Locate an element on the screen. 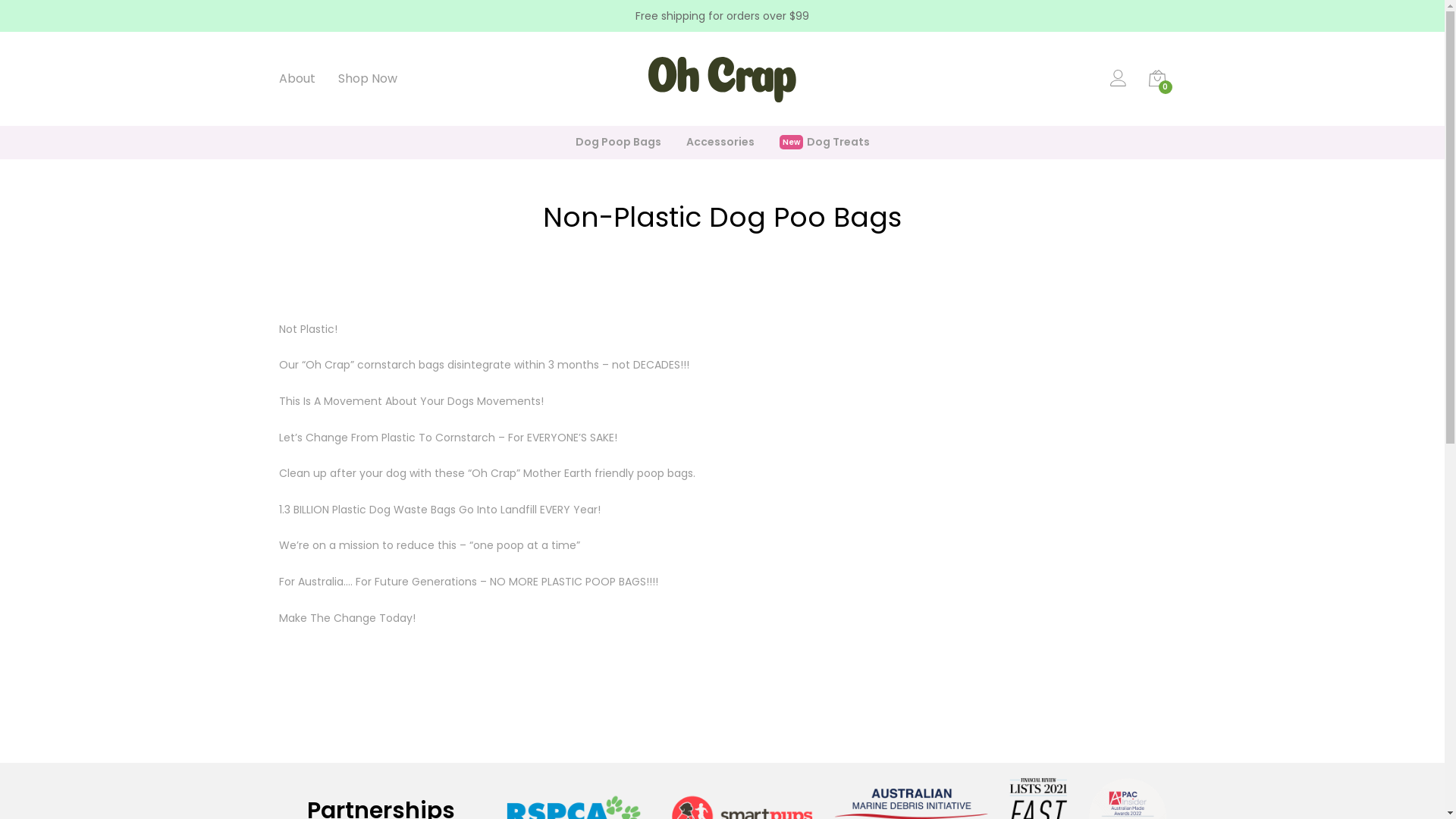 This screenshot has width=1456, height=819. 'About' is located at coordinates (297, 79).